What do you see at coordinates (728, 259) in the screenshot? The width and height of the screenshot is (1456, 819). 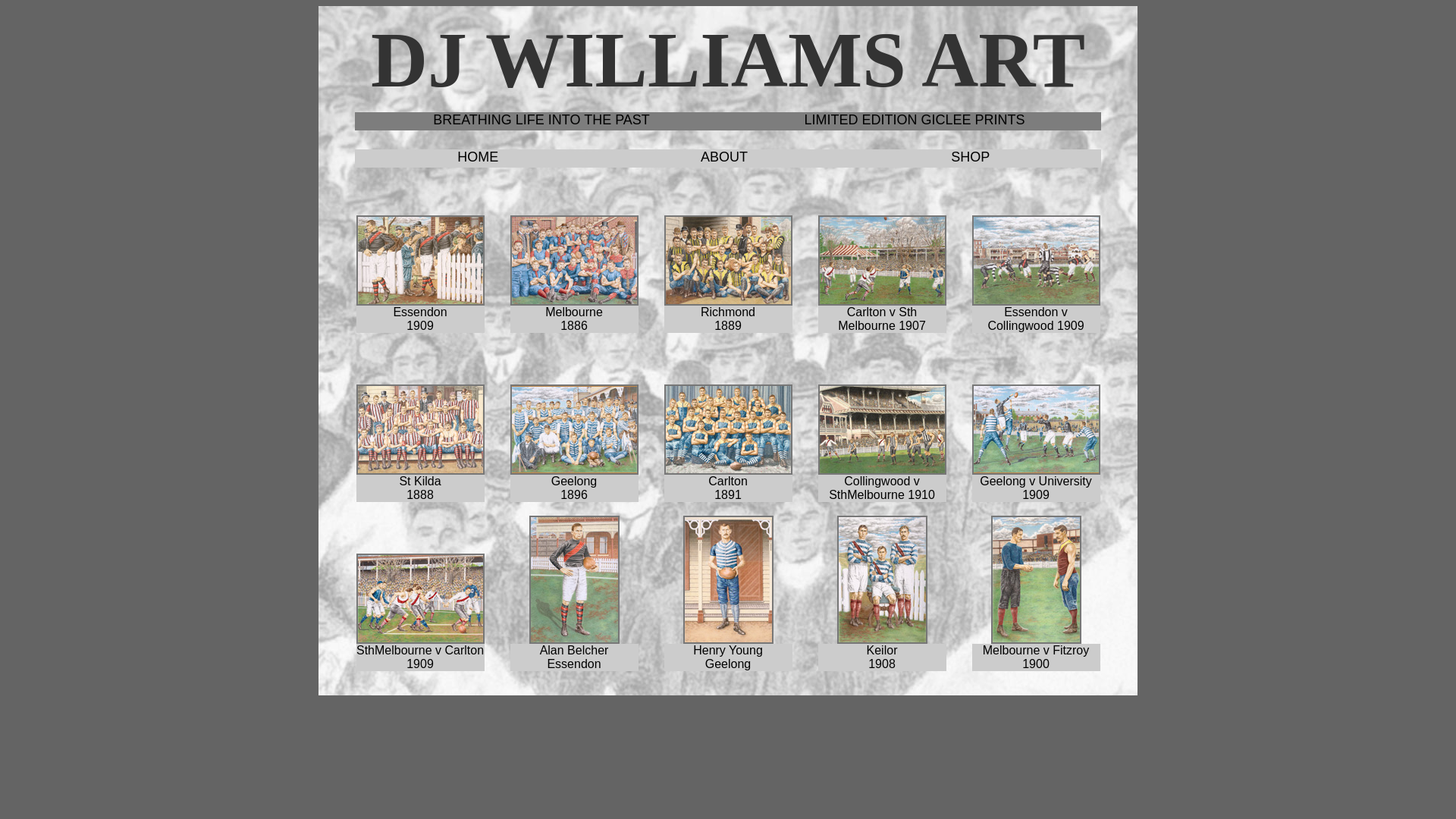 I see `'4-89-Richmond.jpg'` at bounding box center [728, 259].